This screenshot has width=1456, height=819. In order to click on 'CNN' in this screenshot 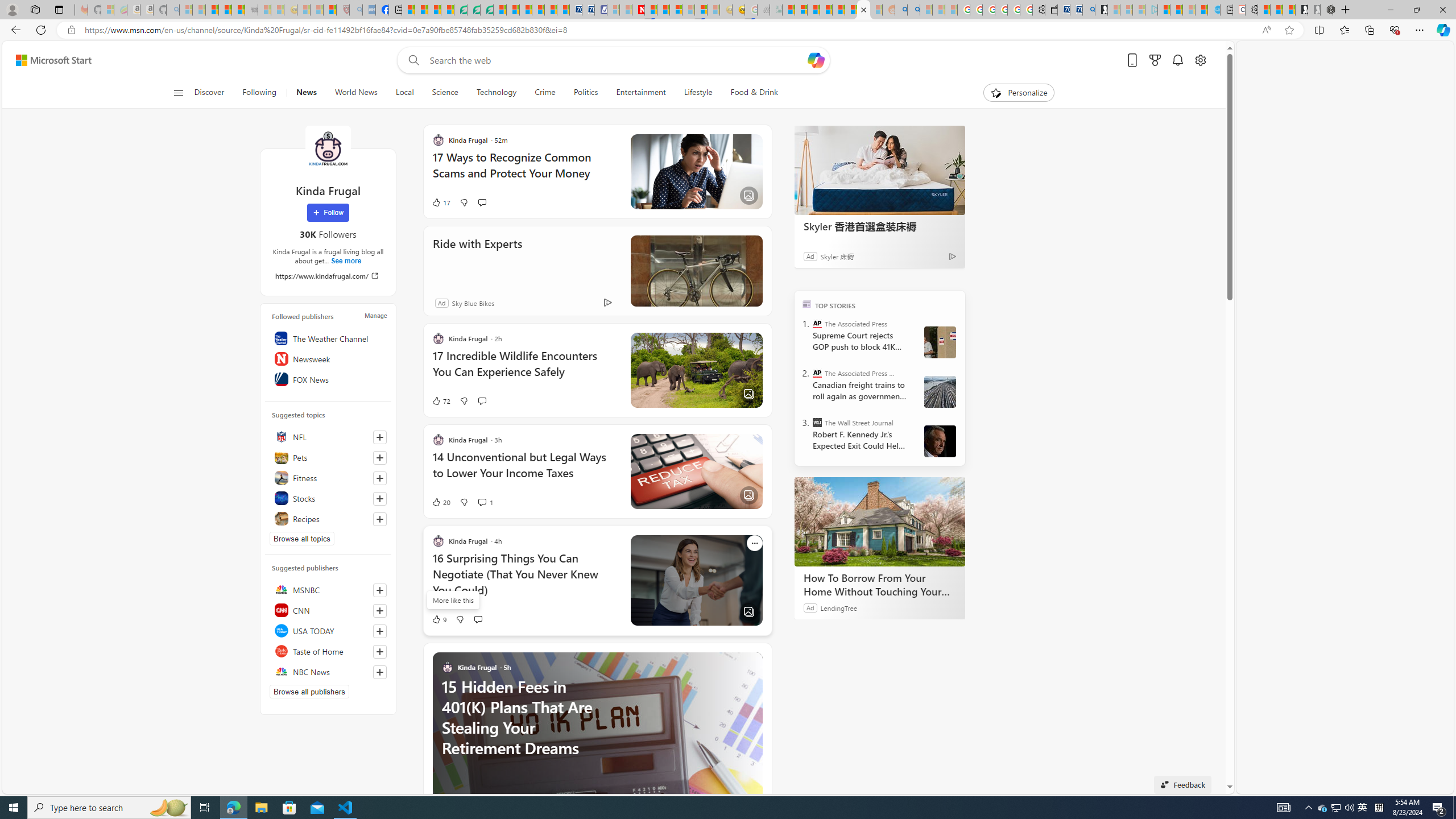, I will do `click(327, 610)`.